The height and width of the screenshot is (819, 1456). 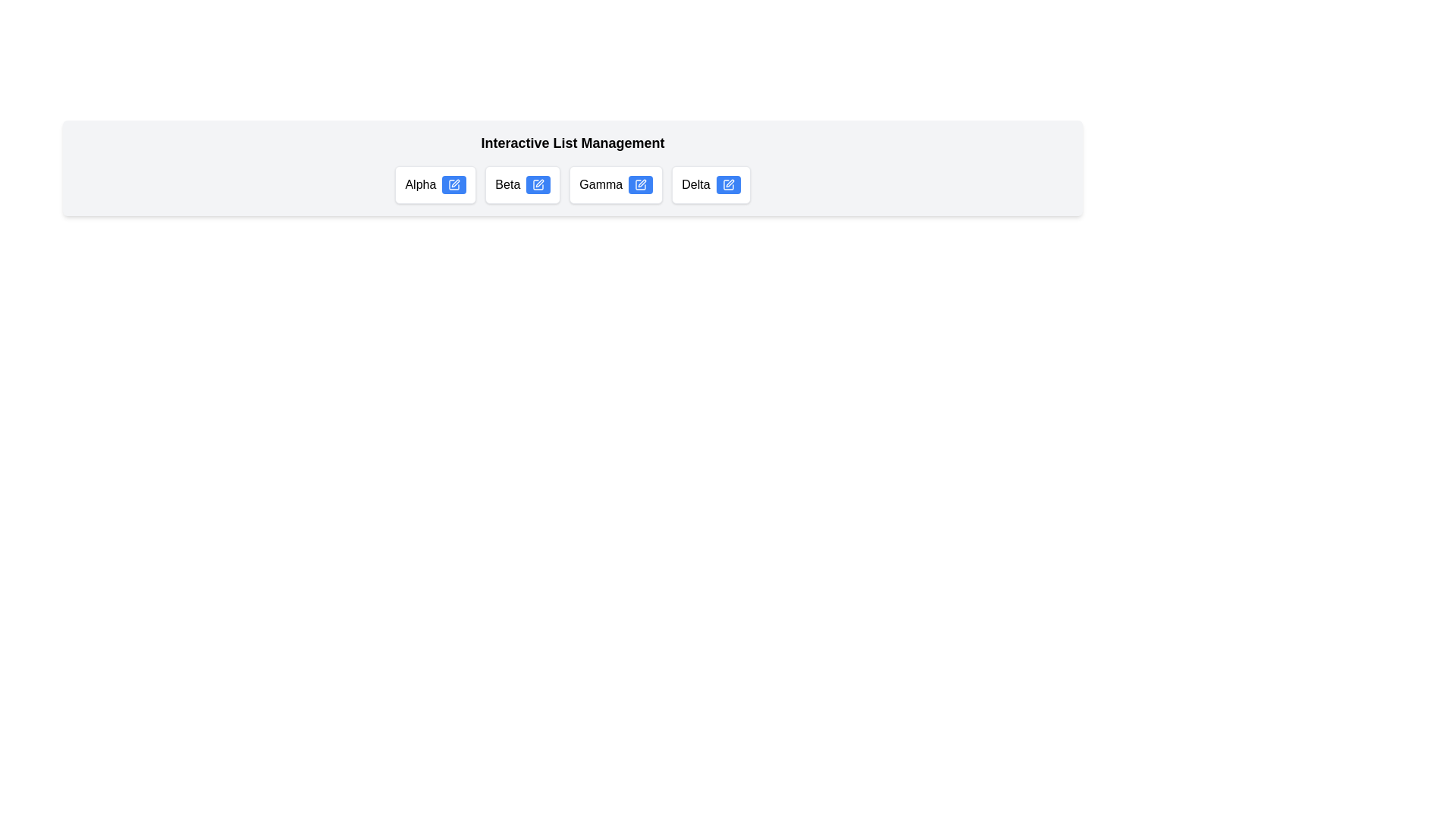 What do you see at coordinates (572, 143) in the screenshot?
I see `title text element located above the row of labeled buttons ('Alpha', 'Beta', 'Gamma', 'Delta') in the structured layout` at bounding box center [572, 143].